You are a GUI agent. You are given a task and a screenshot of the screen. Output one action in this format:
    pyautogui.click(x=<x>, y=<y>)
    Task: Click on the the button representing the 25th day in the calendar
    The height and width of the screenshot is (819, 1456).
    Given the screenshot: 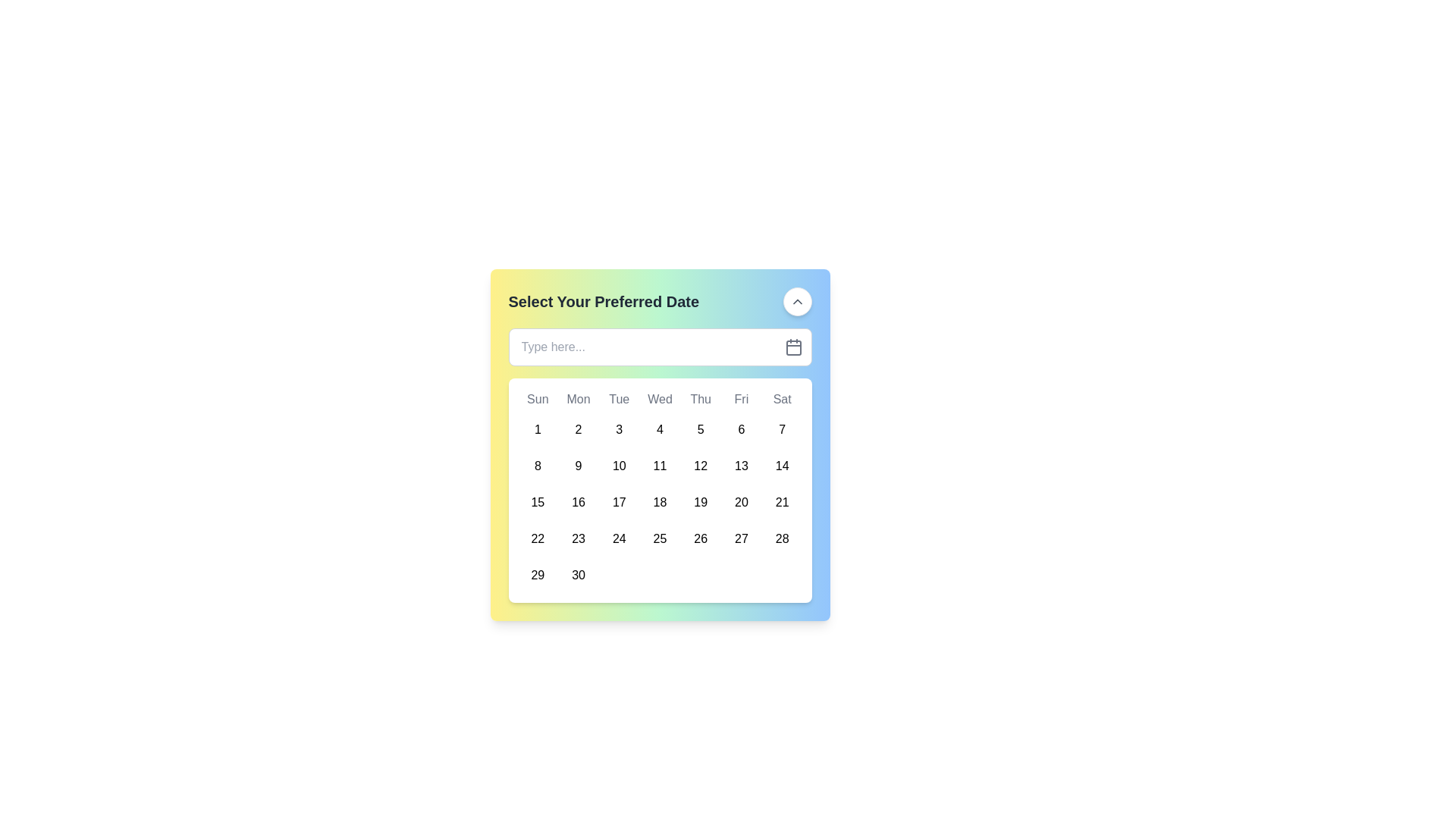 What is the action you would take?
    pyautogui.click(x=660, y=538)
    